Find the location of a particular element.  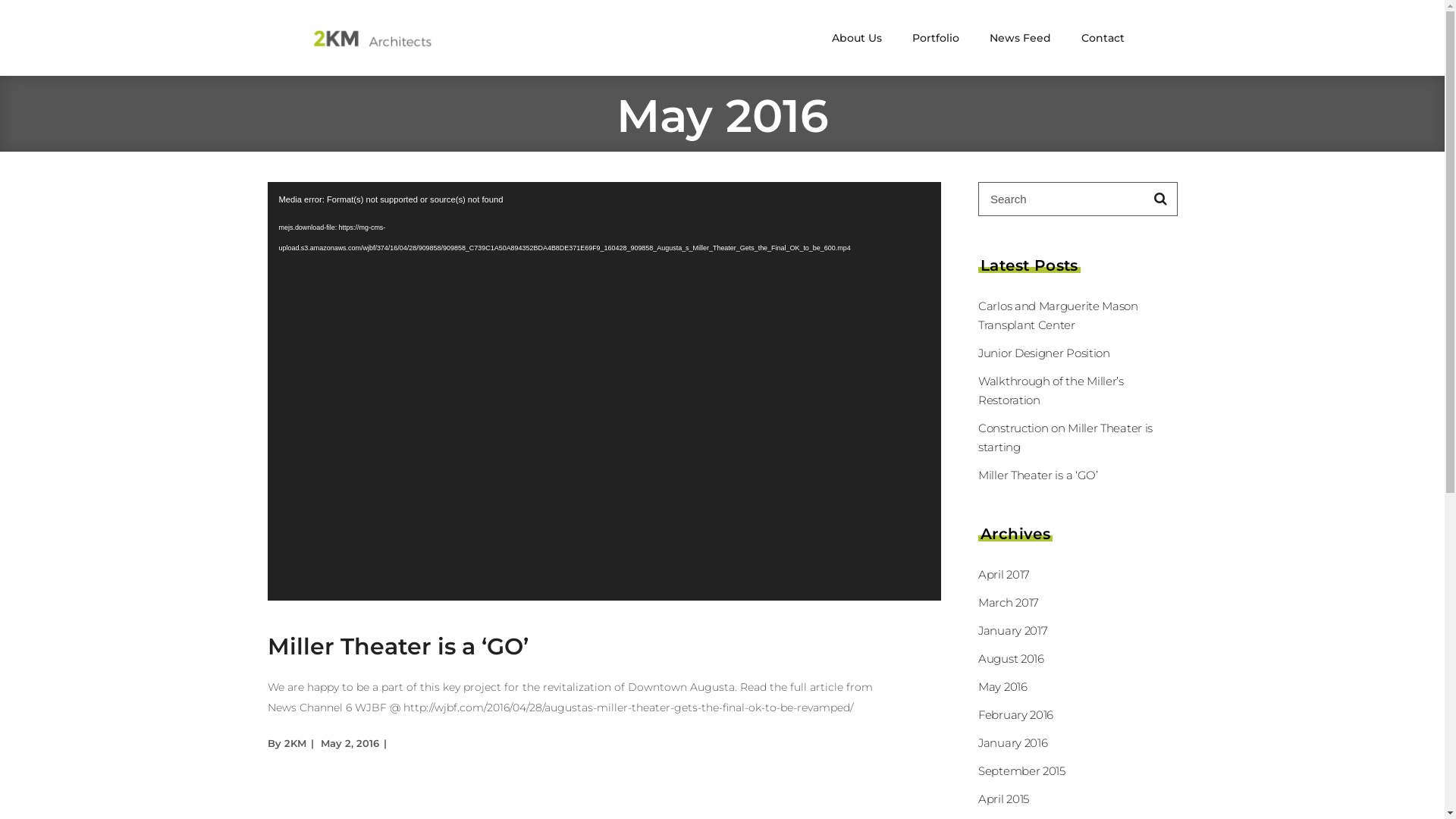

'Carlos and Marguerite Mason Transplant Center' is located at coordinates (1057, 315).